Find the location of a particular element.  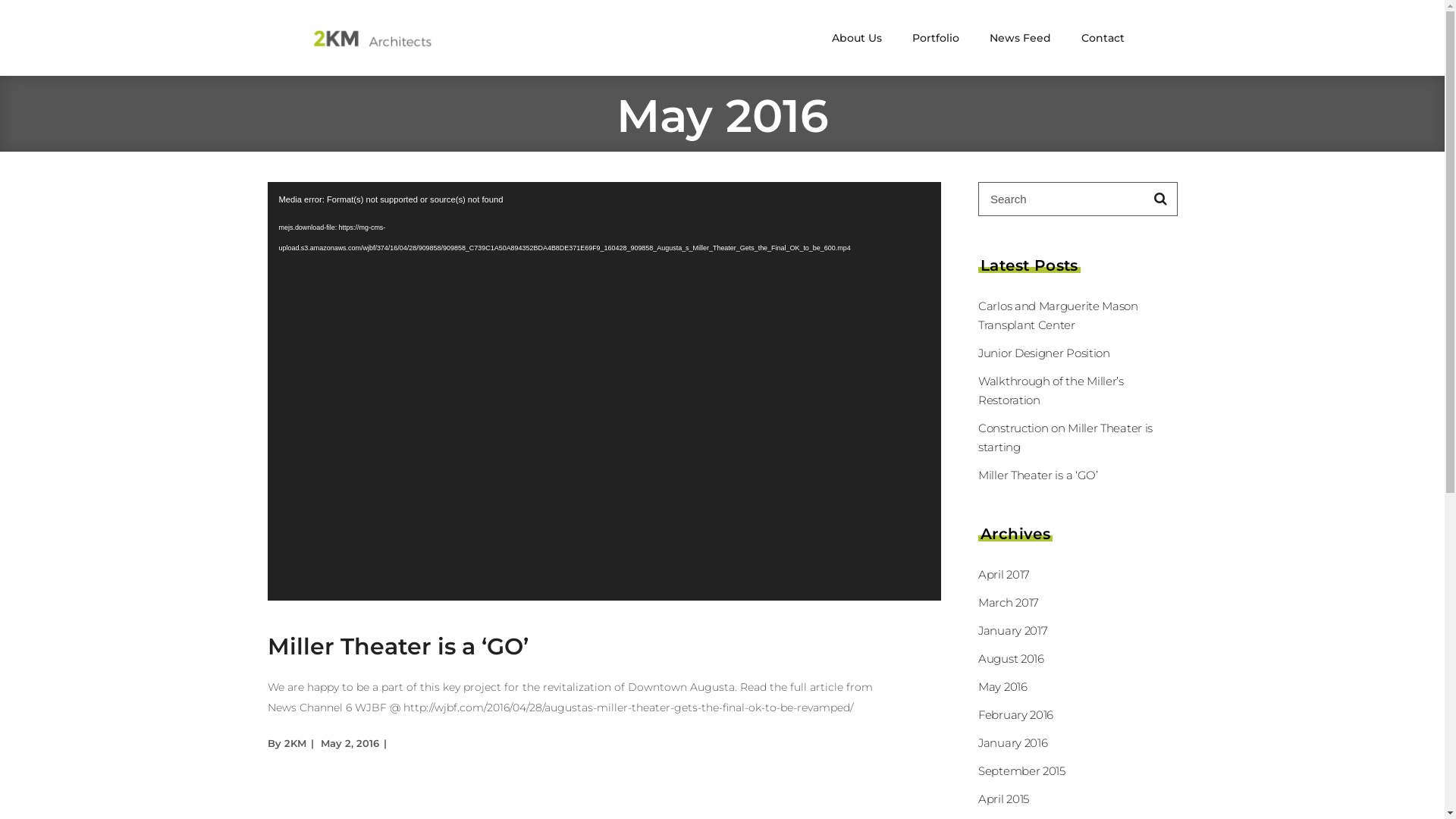

'Carlos and Marguerite Mason Transplant Center' is located at coordinates (1057, 315).